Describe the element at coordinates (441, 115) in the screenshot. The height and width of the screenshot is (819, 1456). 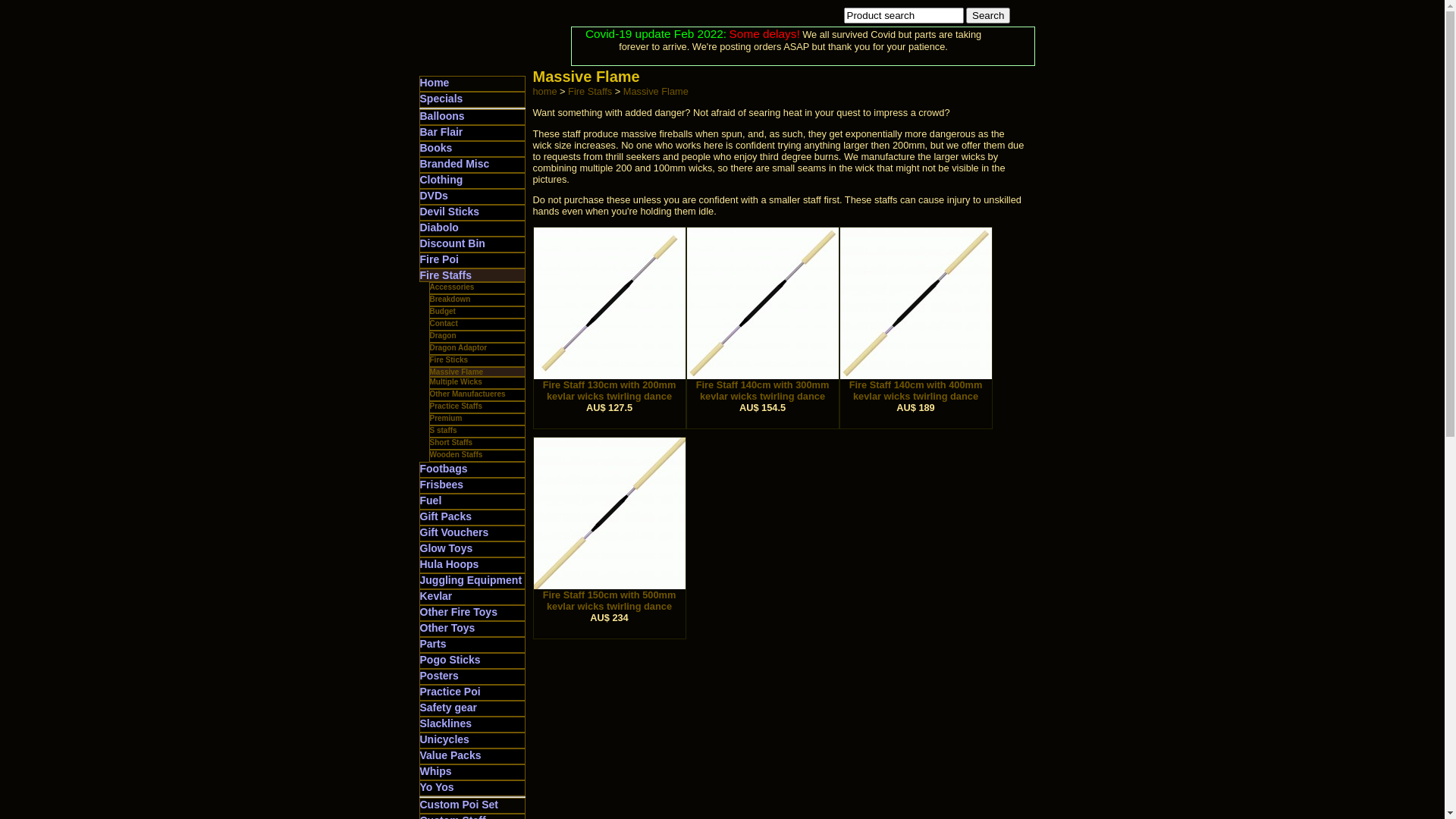
I see `'Balloons'` at that location.